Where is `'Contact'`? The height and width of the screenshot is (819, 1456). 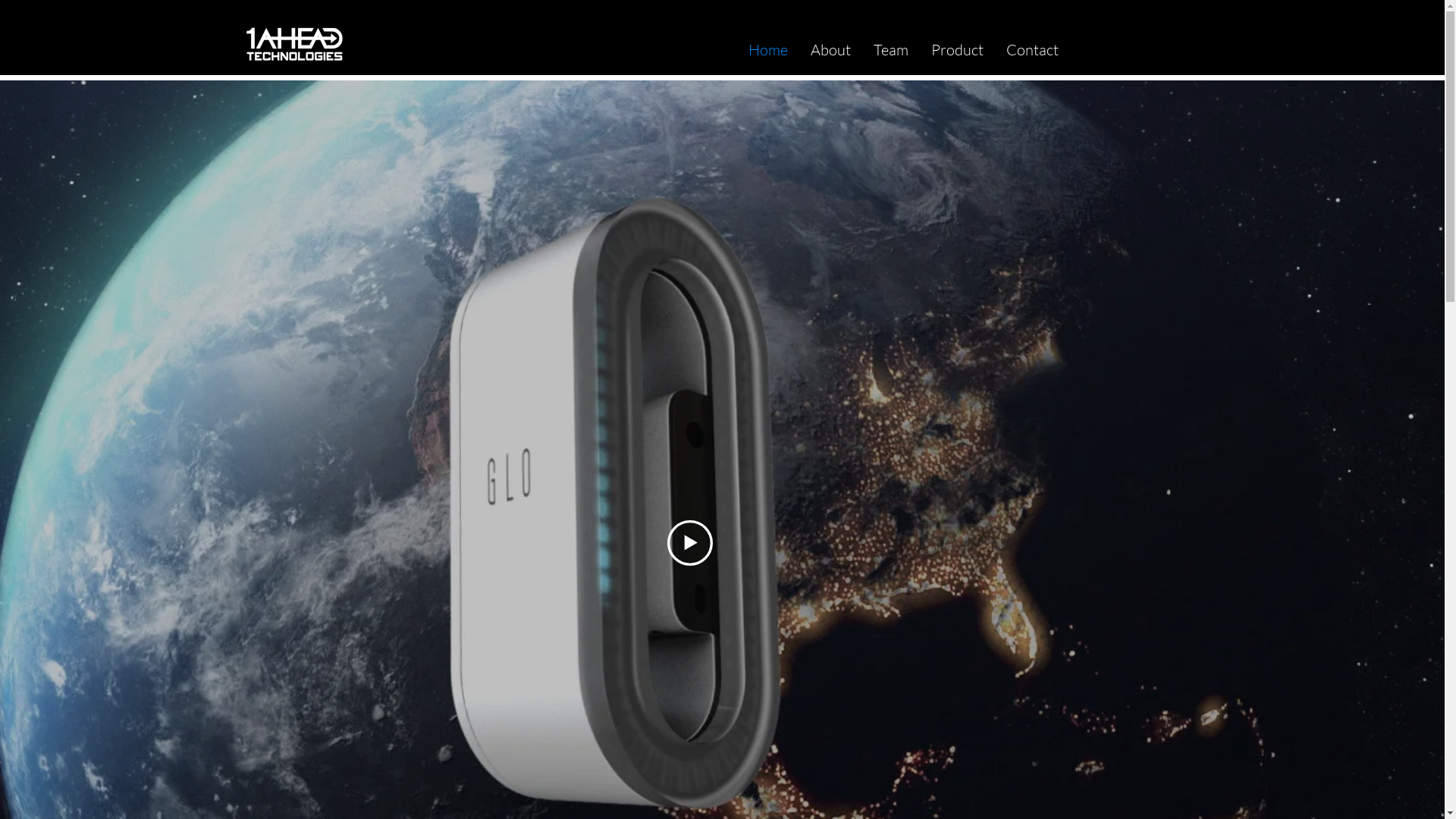
'Contact' is located at coordinates (1031, 49).